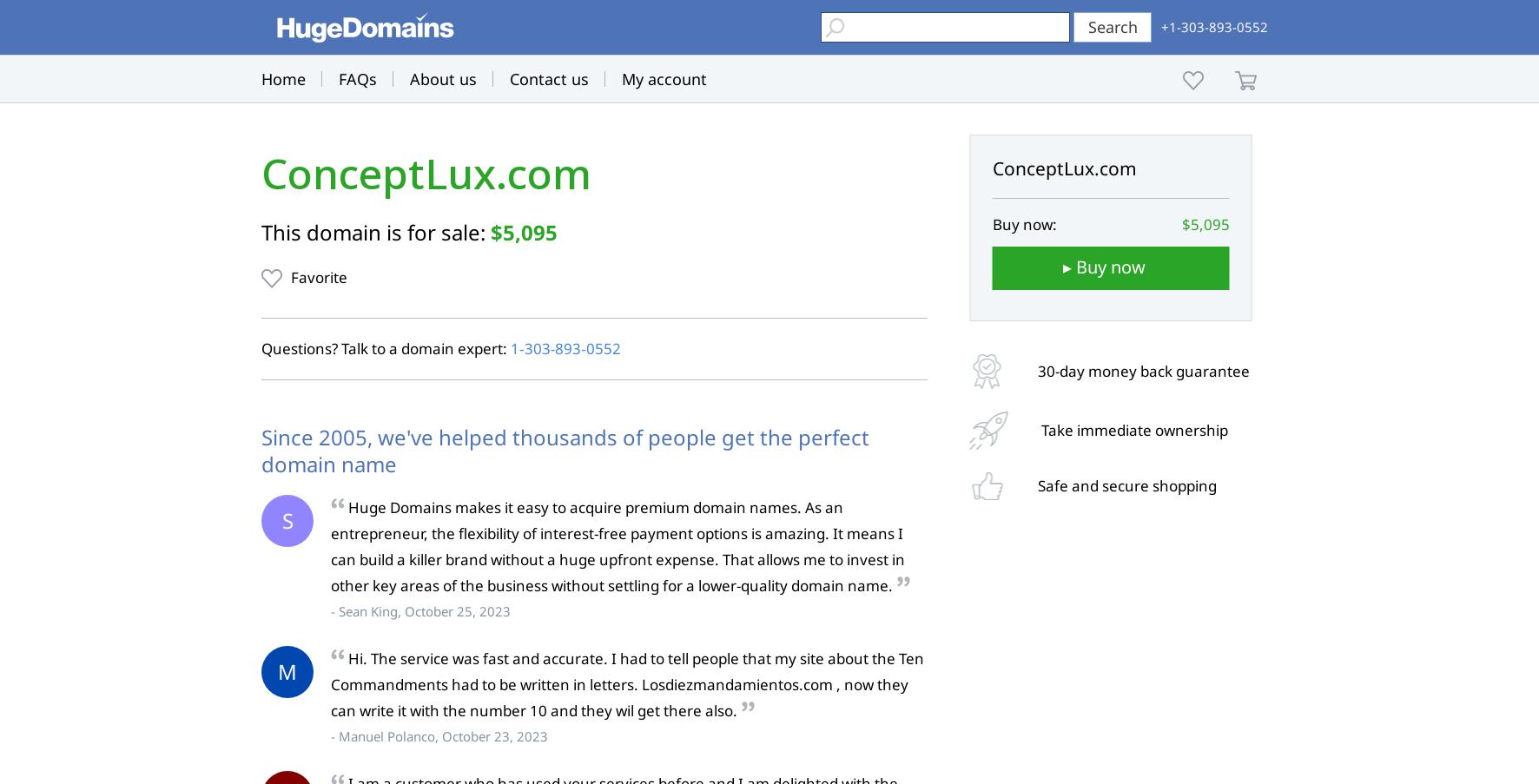 The width and height of the screenshot is (1539, 784). Describe the element at coordinates (524, 231) in the screenshot. I see `'$5,095'` at that location.